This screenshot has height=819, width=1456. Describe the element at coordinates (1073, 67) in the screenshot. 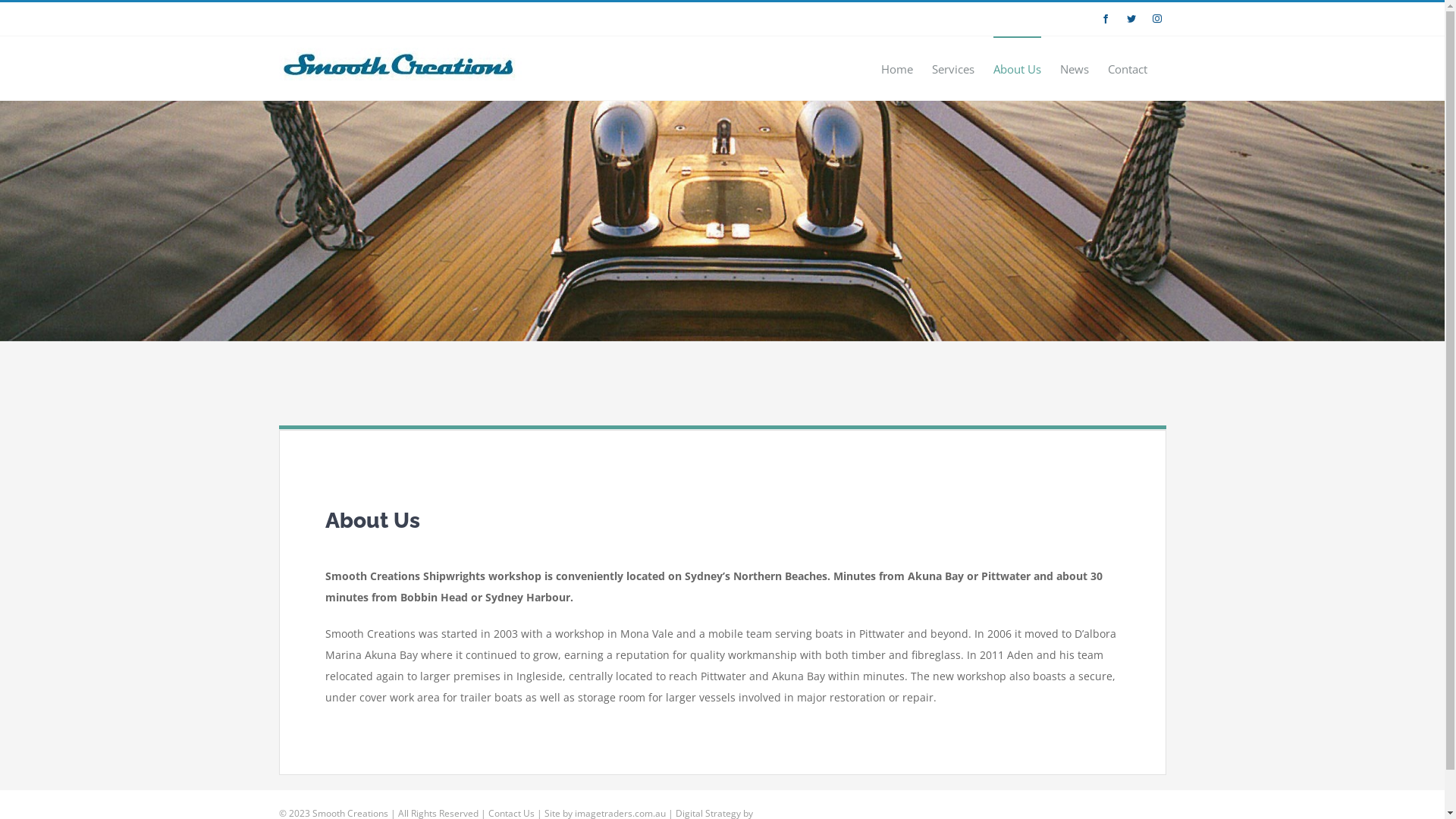

I see `'News'` at that location.